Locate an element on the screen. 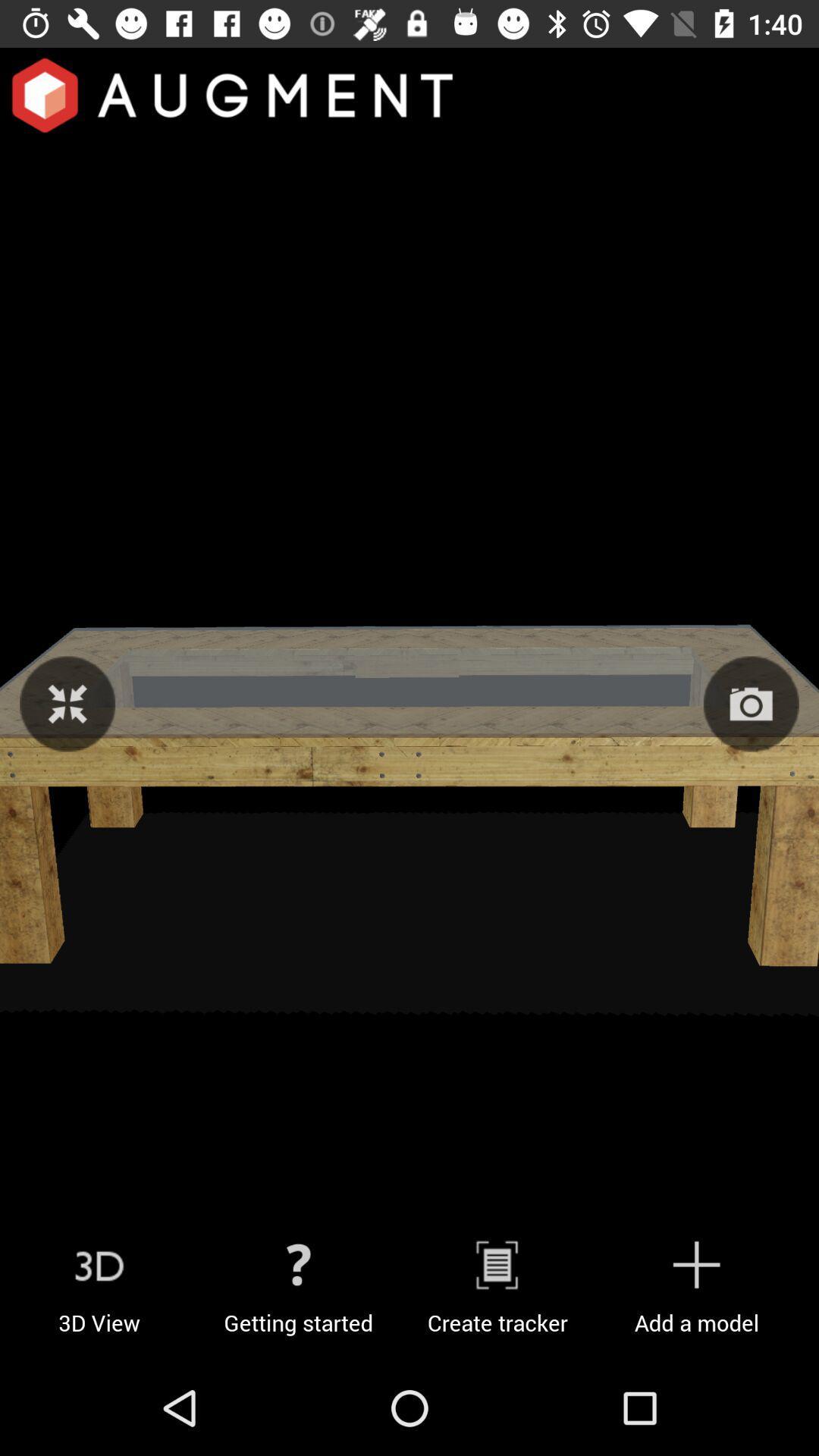 The image size is (819, 1456). change size is located at coordinates (67, 703).